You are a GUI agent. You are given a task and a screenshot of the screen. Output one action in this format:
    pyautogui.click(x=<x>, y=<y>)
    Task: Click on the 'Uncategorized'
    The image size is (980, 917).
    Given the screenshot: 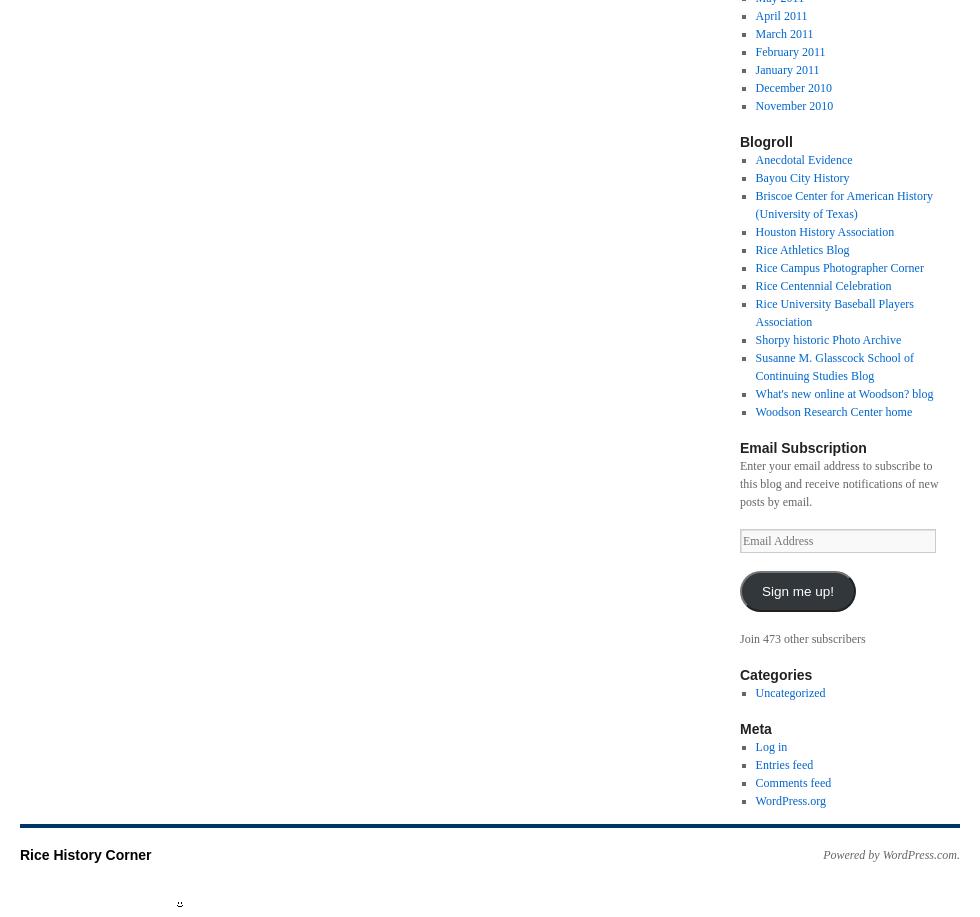 What is the action you would take?
    pyautogui.click(x=789, y=692)
    